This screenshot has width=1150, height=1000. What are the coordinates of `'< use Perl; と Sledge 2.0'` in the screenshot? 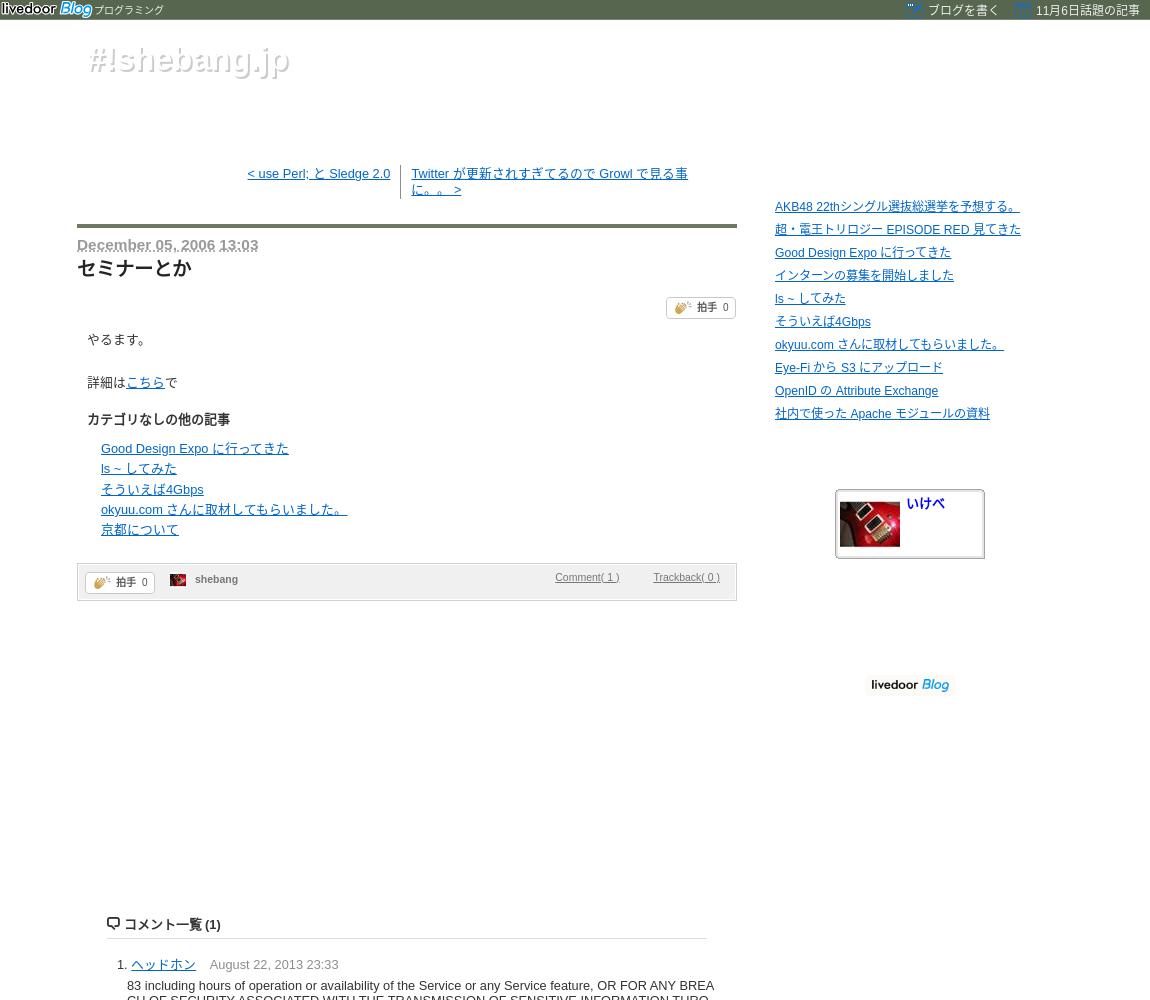 It's located at (318, 173).